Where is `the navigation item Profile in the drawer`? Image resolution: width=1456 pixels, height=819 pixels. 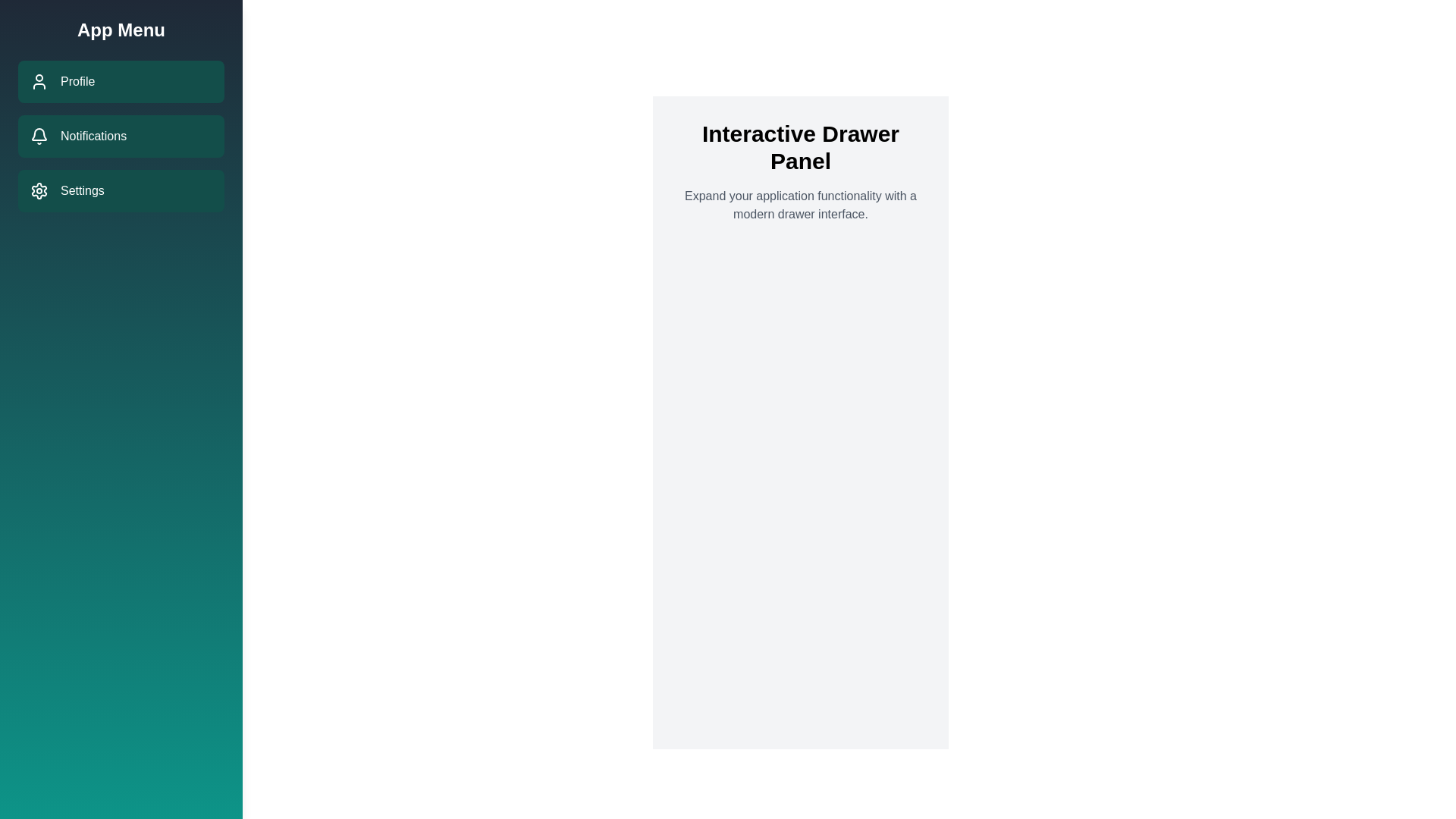
the navigation item Profile in the drawer is located at coordinates (120, 82).